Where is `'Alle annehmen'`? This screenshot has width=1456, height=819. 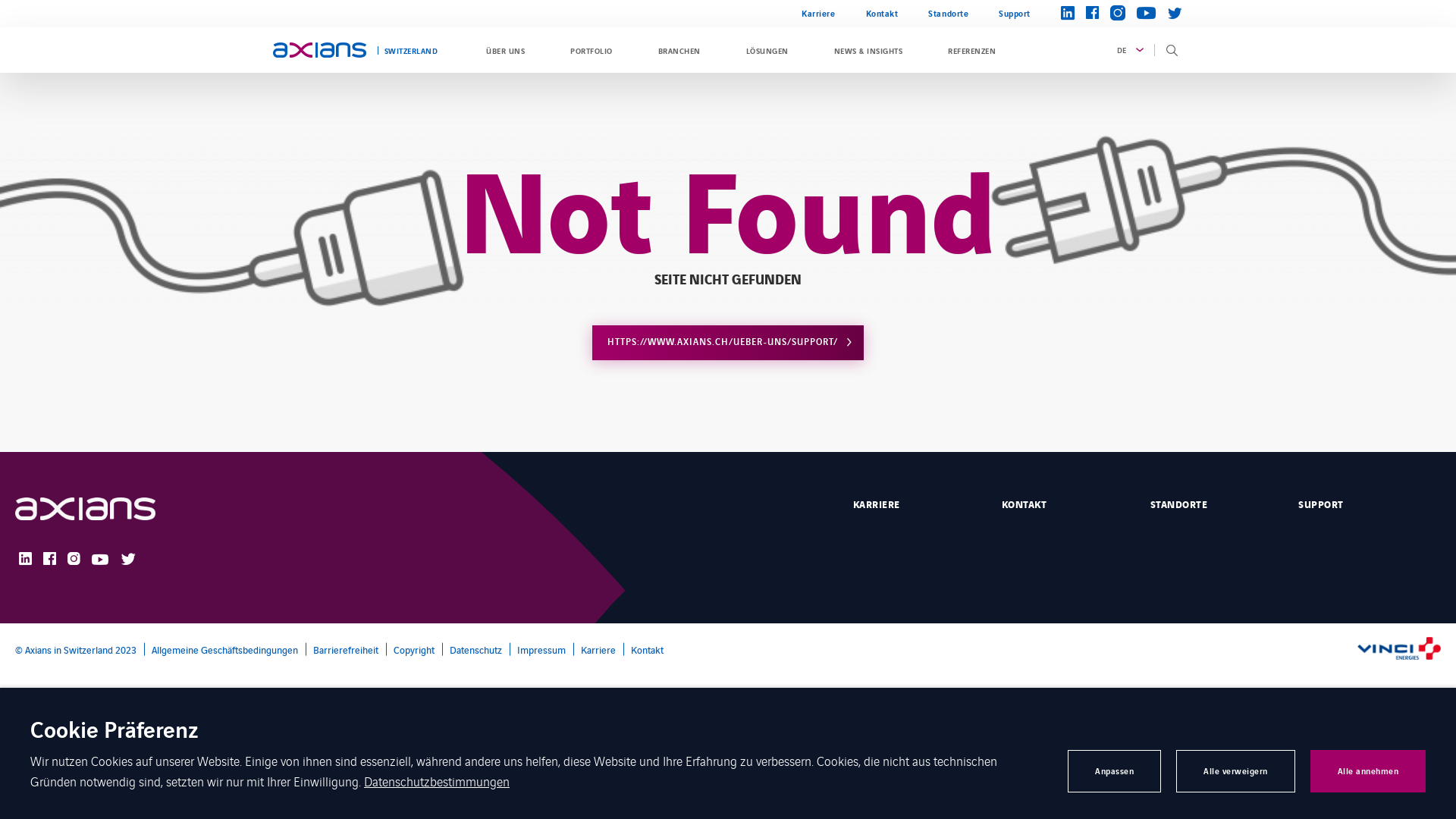 'Alle annehmen' is located at coordinates (1368, 771).